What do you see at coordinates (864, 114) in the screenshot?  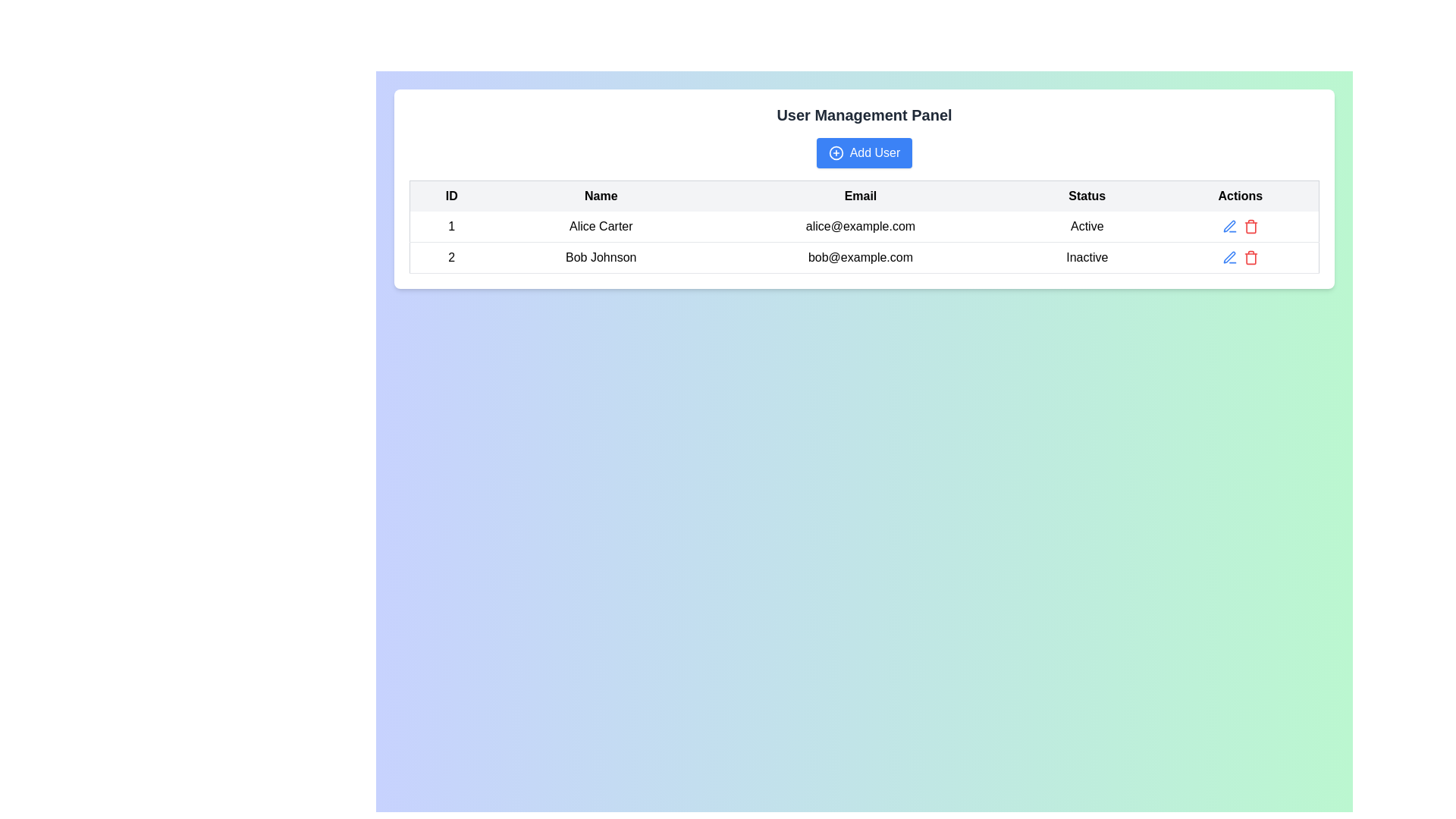 I see `the text header that says 'User Management Panel', which is prominently styled in bold and large font above the 'Add User' button` at bounding box center [864, 114].